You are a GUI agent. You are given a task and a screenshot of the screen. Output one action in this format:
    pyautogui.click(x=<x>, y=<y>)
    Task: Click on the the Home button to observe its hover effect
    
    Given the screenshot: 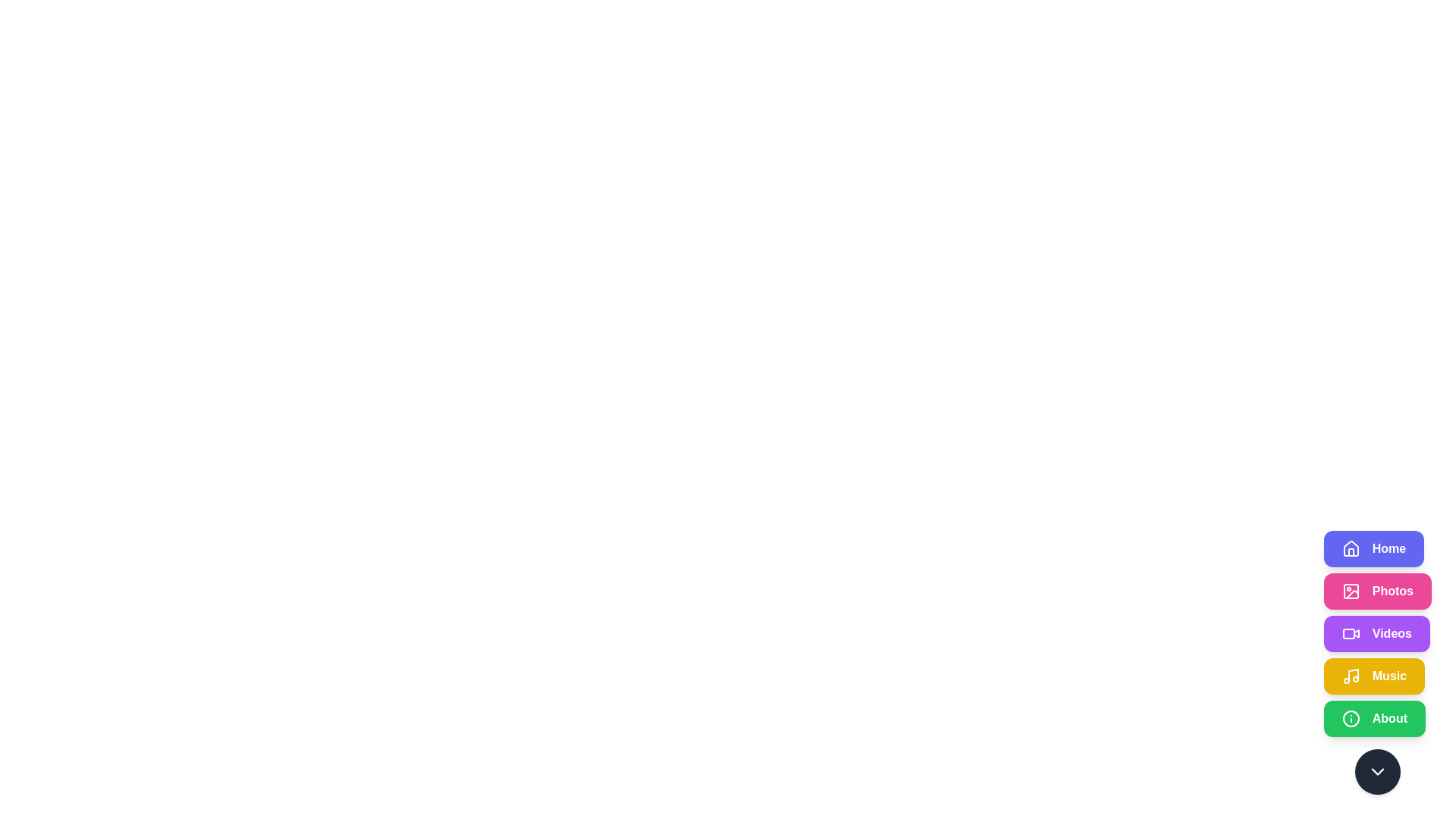 What is the action you would take?
    pyautogui.click(x=1374, y=549)
    